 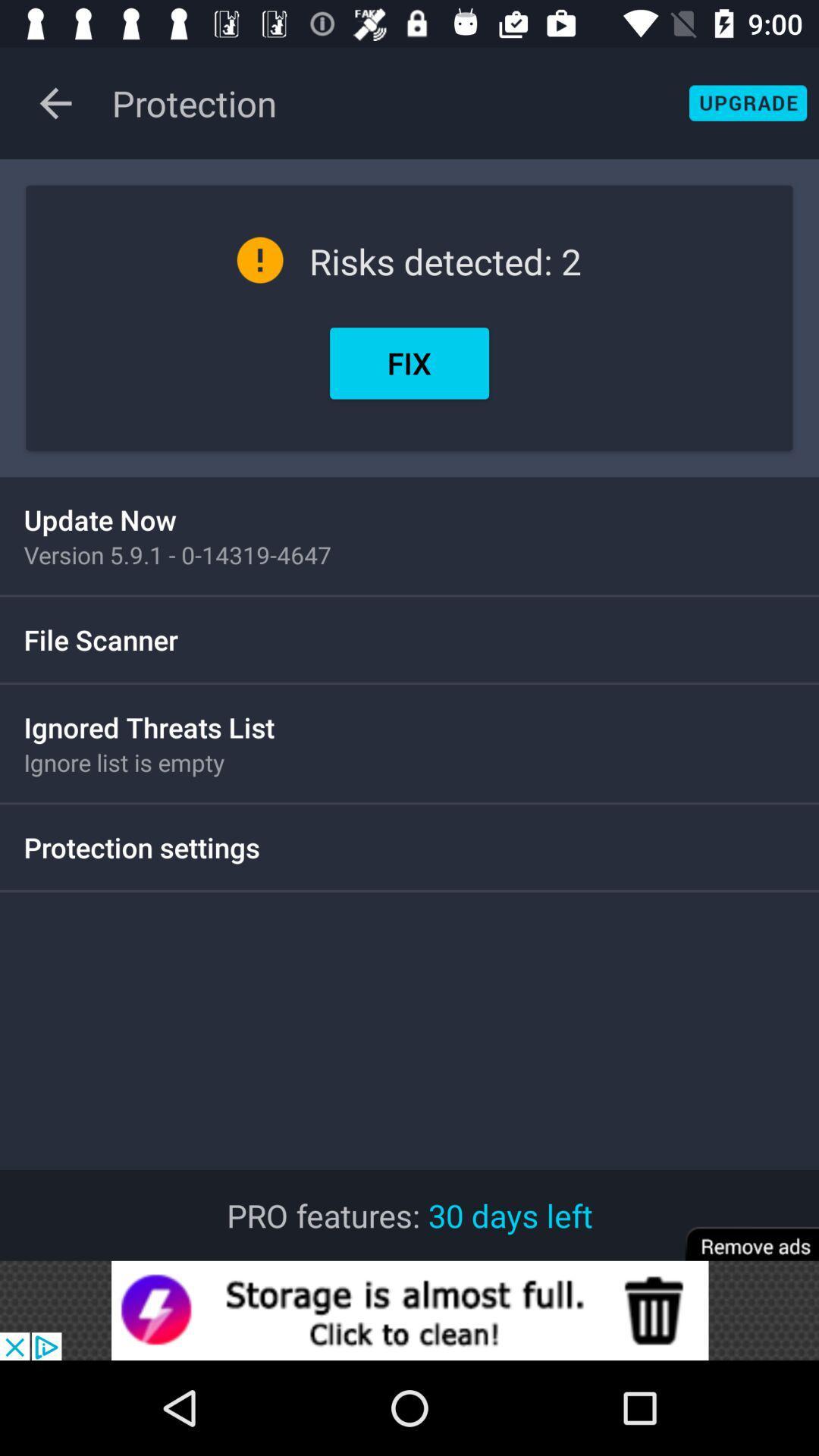 I want to click on previous, so click(x=55, y=102).